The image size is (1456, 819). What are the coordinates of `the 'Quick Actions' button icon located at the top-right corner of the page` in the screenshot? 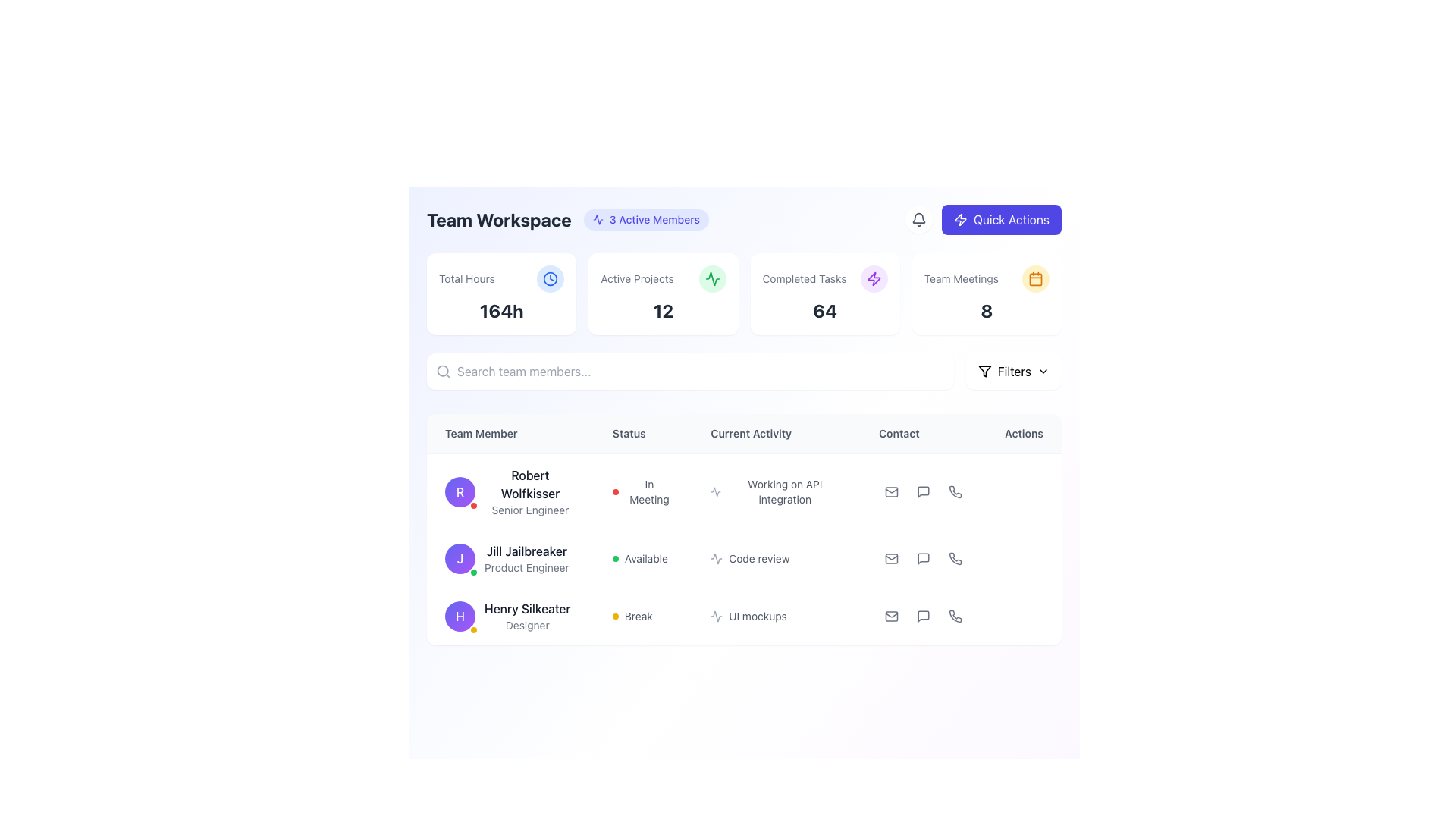 It's located at (960, 219).